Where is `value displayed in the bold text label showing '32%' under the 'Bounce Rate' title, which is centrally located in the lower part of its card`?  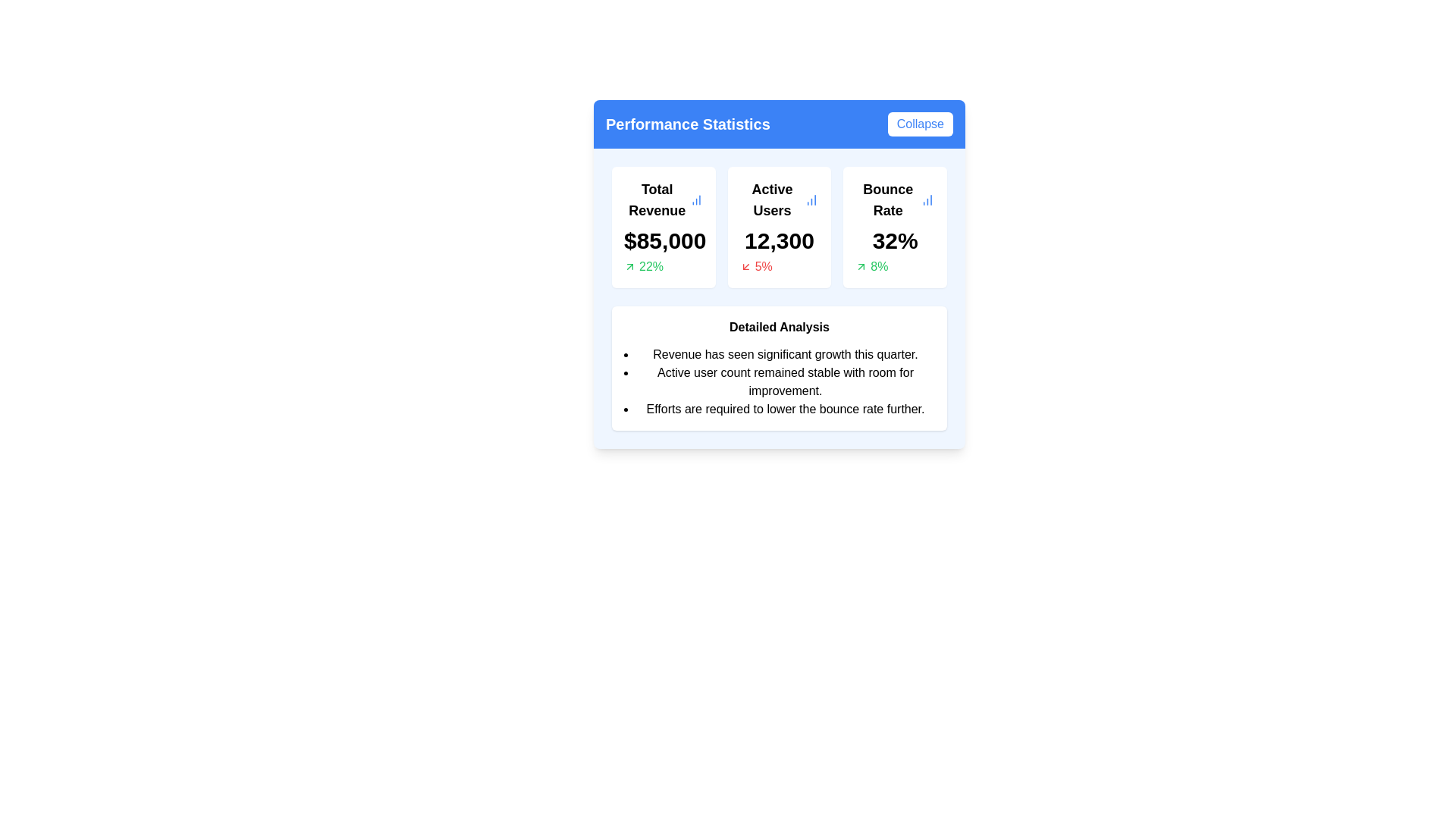
value displayed in the bold text label showing '32%' under the 'Bounce Rate' title, which is centrally located in the lower part of its card is located at coordinates (895, 240).